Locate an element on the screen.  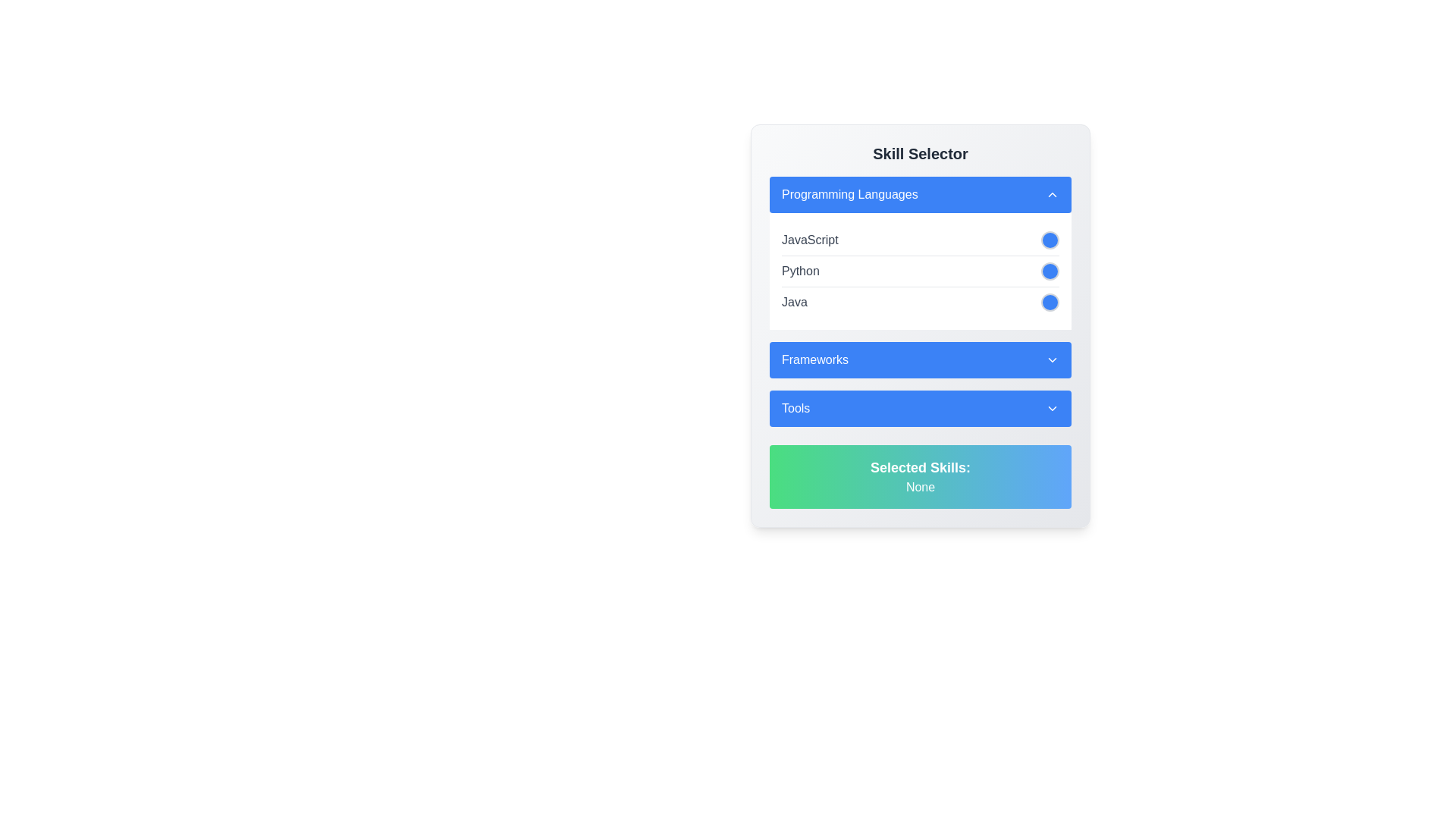
the chevron icon located to the right of the 'Frameworks' button in the 'Skill Selector' component is located at coordinates (1051, 359).